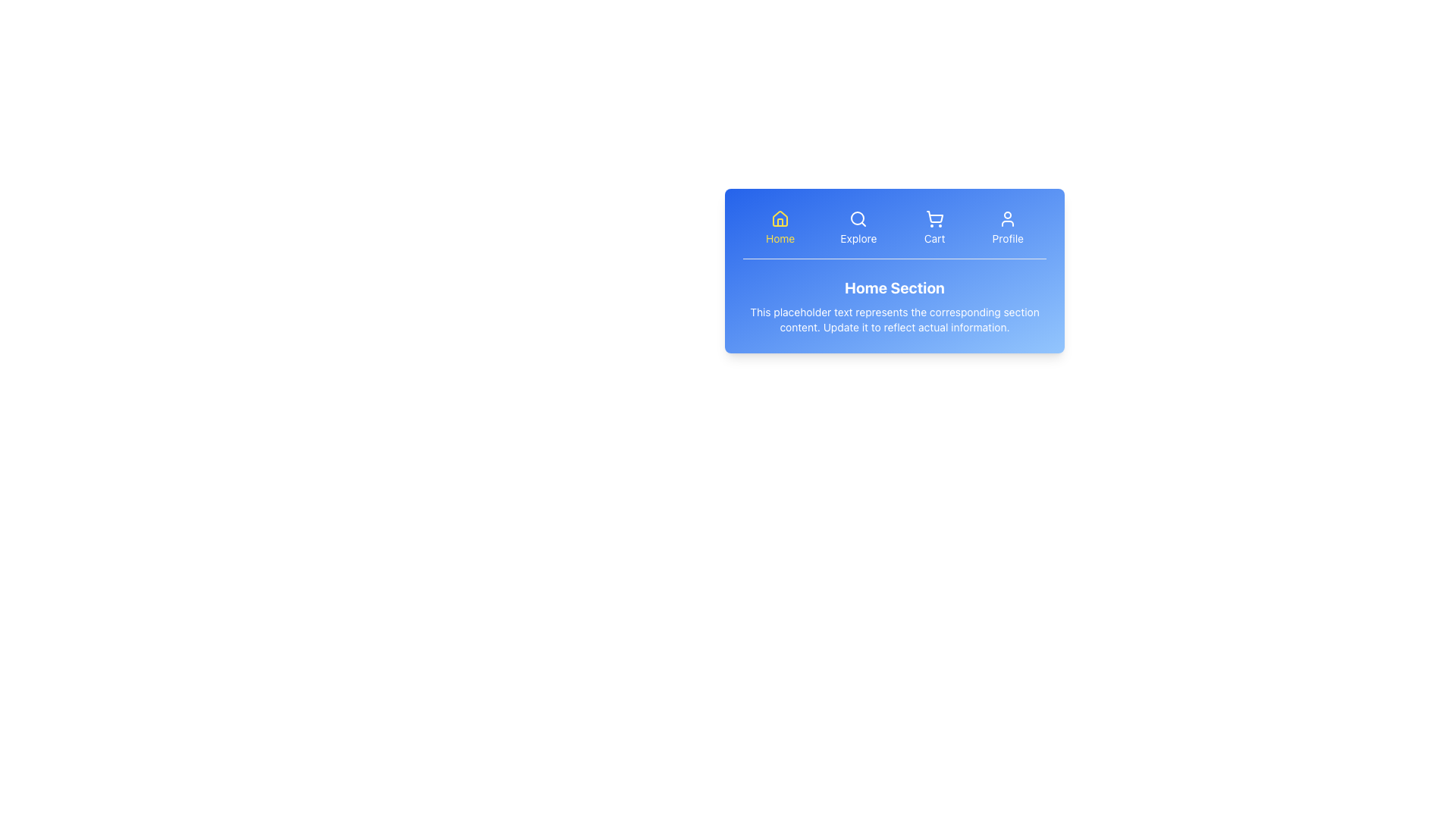 The height and width of the screenshot is (819, 1456). What do you see at coordinates (780, 227) in the screenshot?
I see `the 'Home' navigation button, which features a yellow house-shaped icon and the text 'Home' beneath it` at bounding box center [780, 227].